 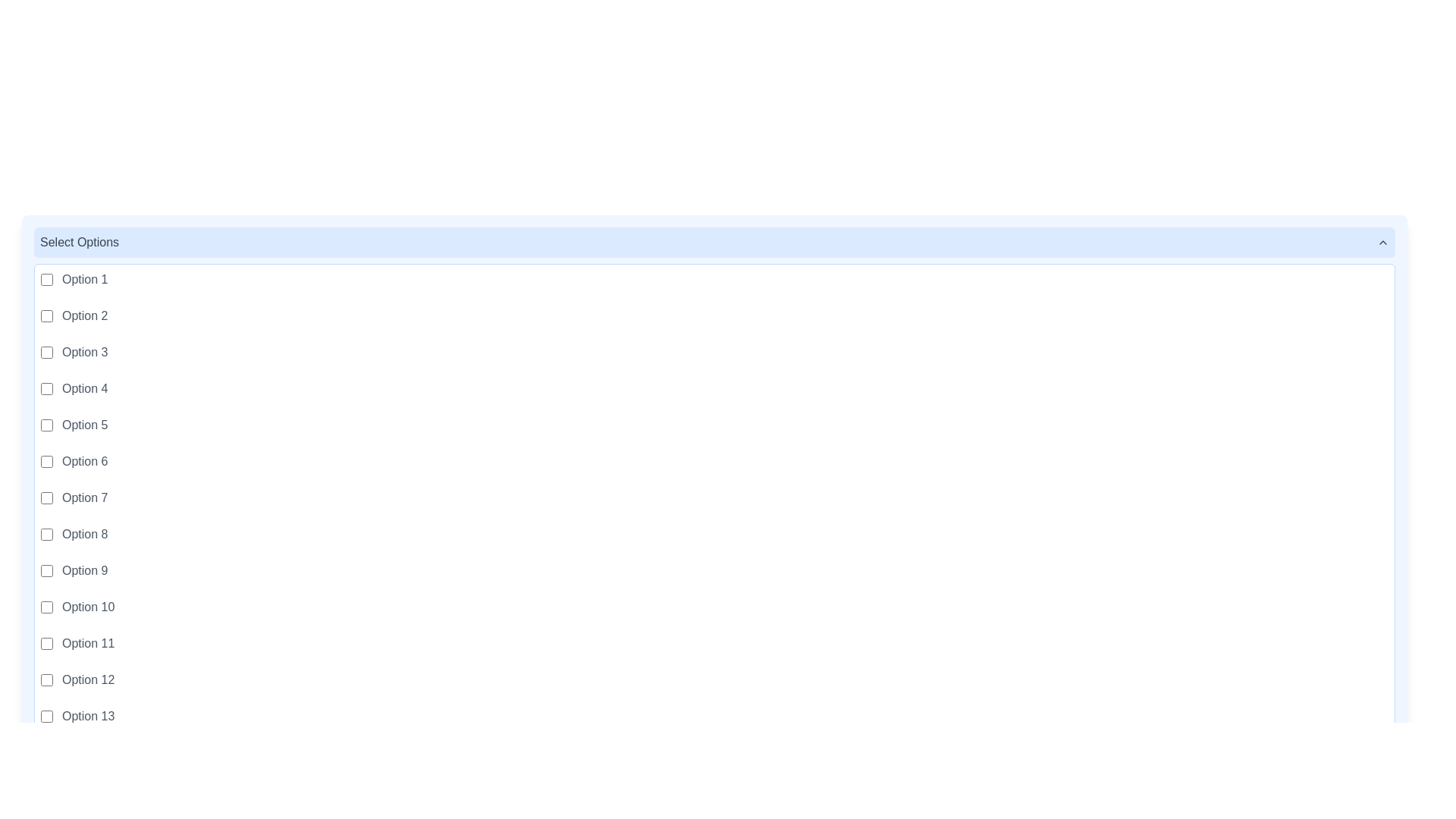 What do you see at coordinates (1383, 242) in the screenshot?
I see `the upward arrow icon, which is gray and located to the far right of the 'Select Options' text` at bounding box center [1383, 242].